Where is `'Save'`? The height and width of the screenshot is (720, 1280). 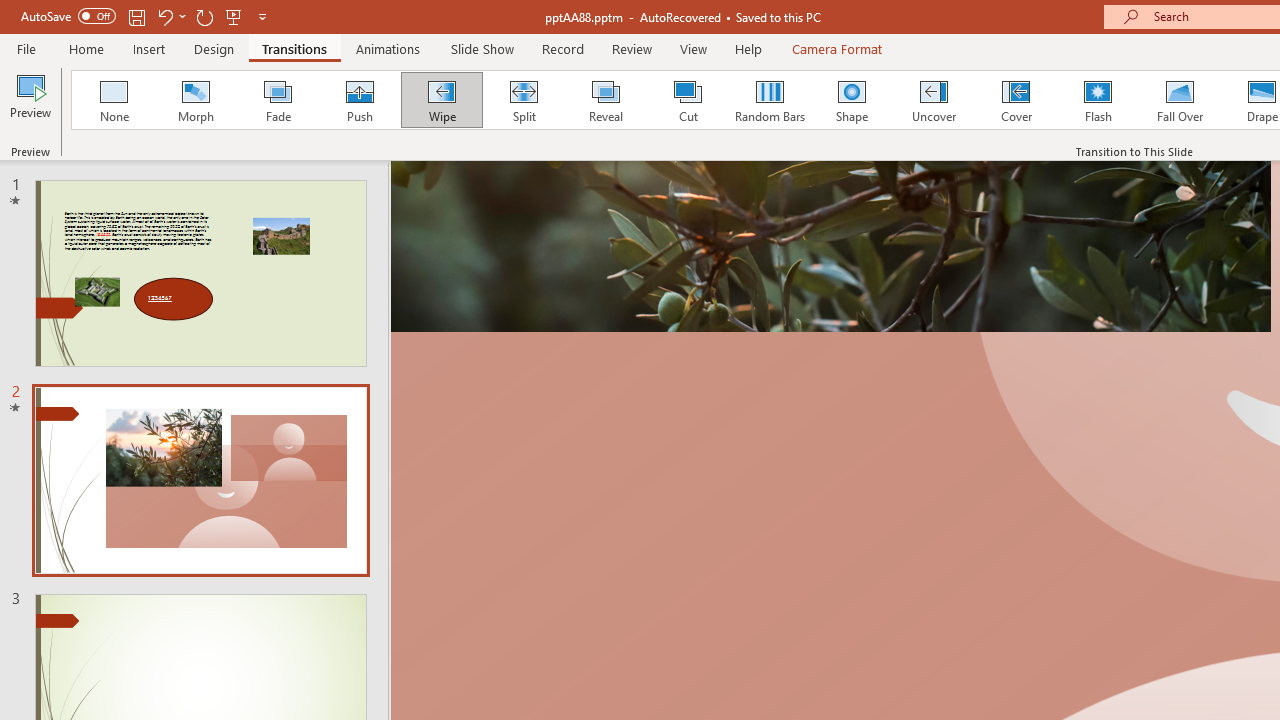 'Save' is located at coordinates (135, 16).